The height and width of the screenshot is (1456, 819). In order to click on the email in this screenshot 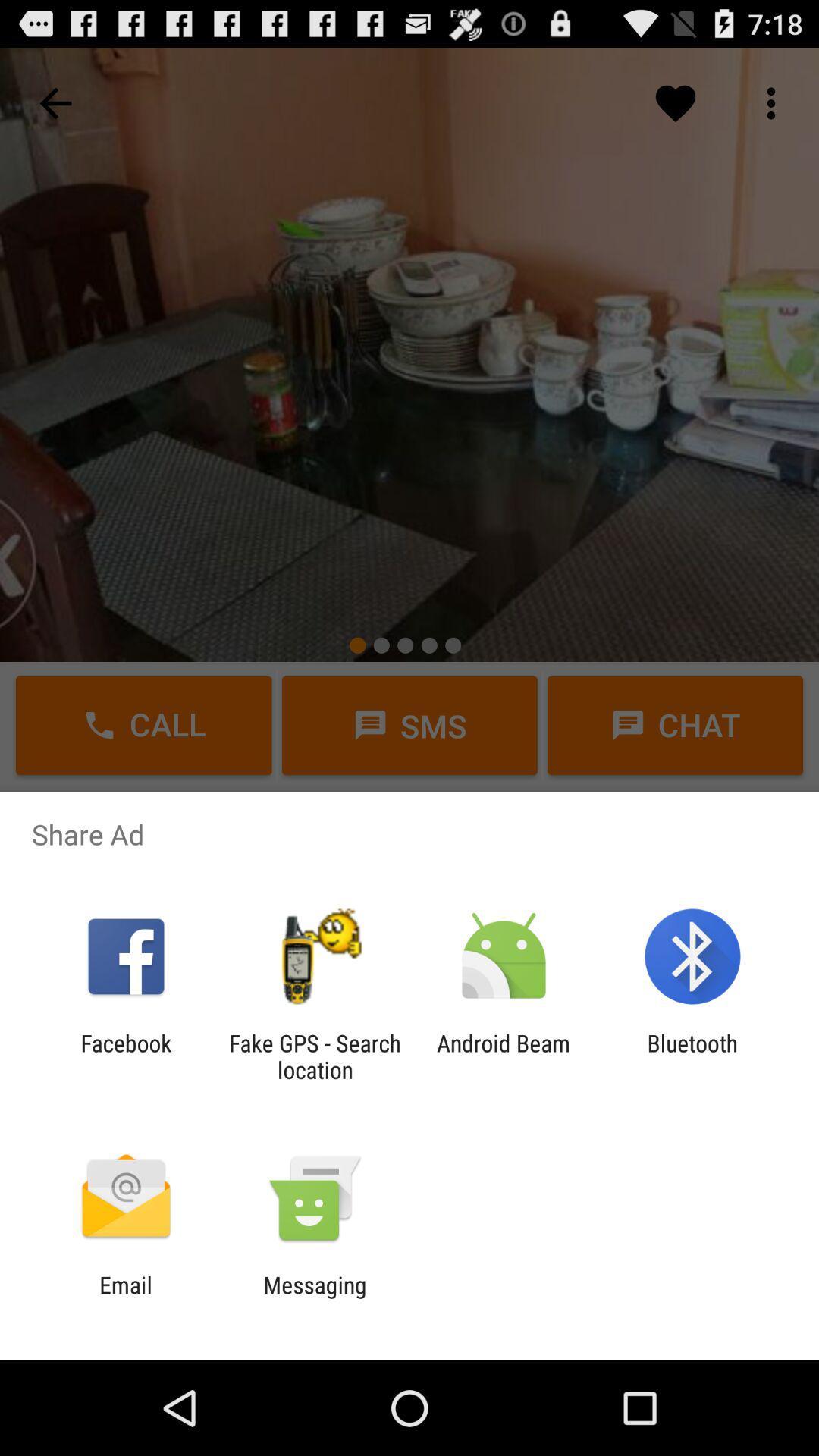, I will do `click(125, 1298)`.